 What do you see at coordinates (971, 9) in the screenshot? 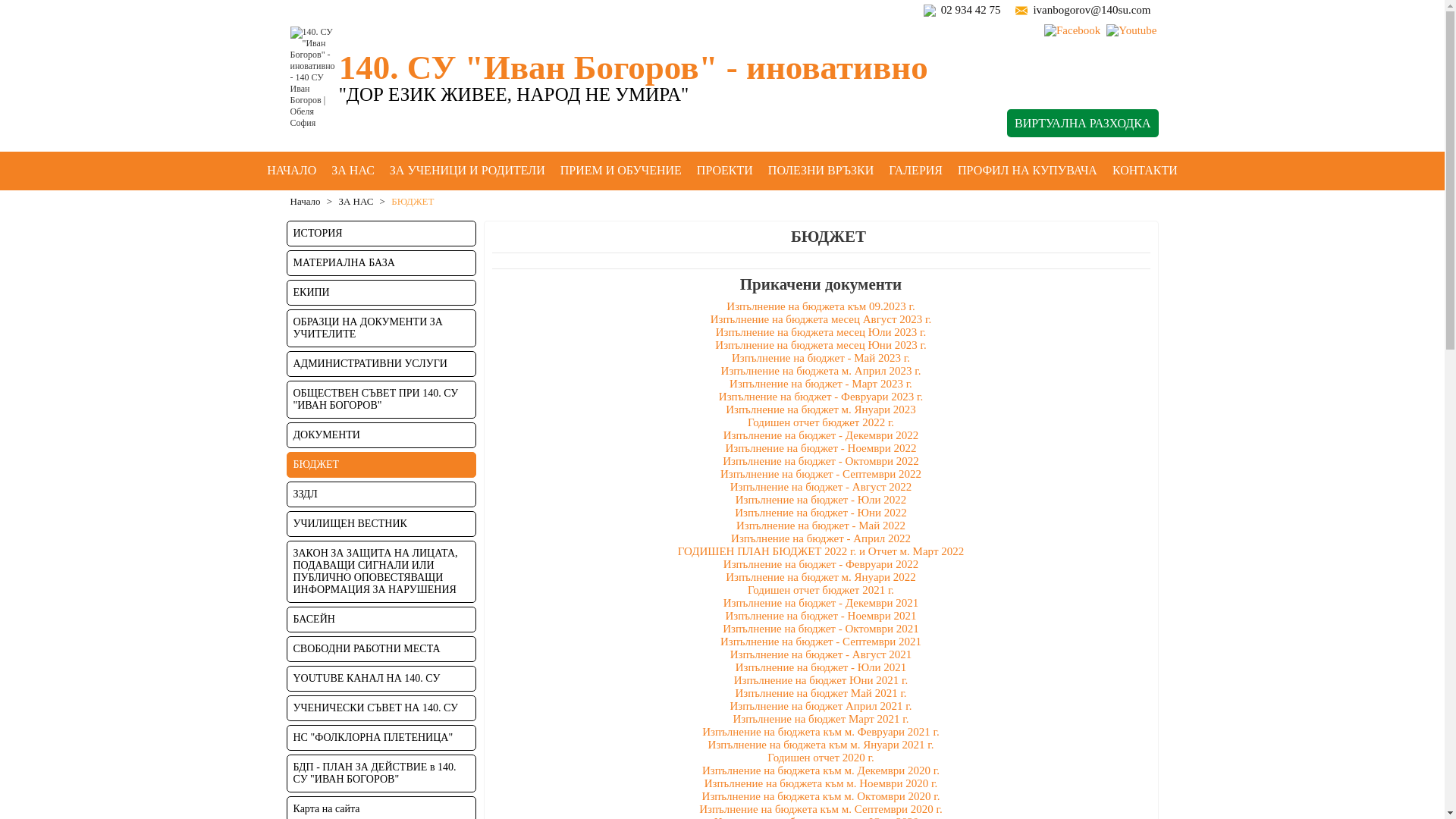
I see `'02 934 42 75'` at bounding box center [971, 9].